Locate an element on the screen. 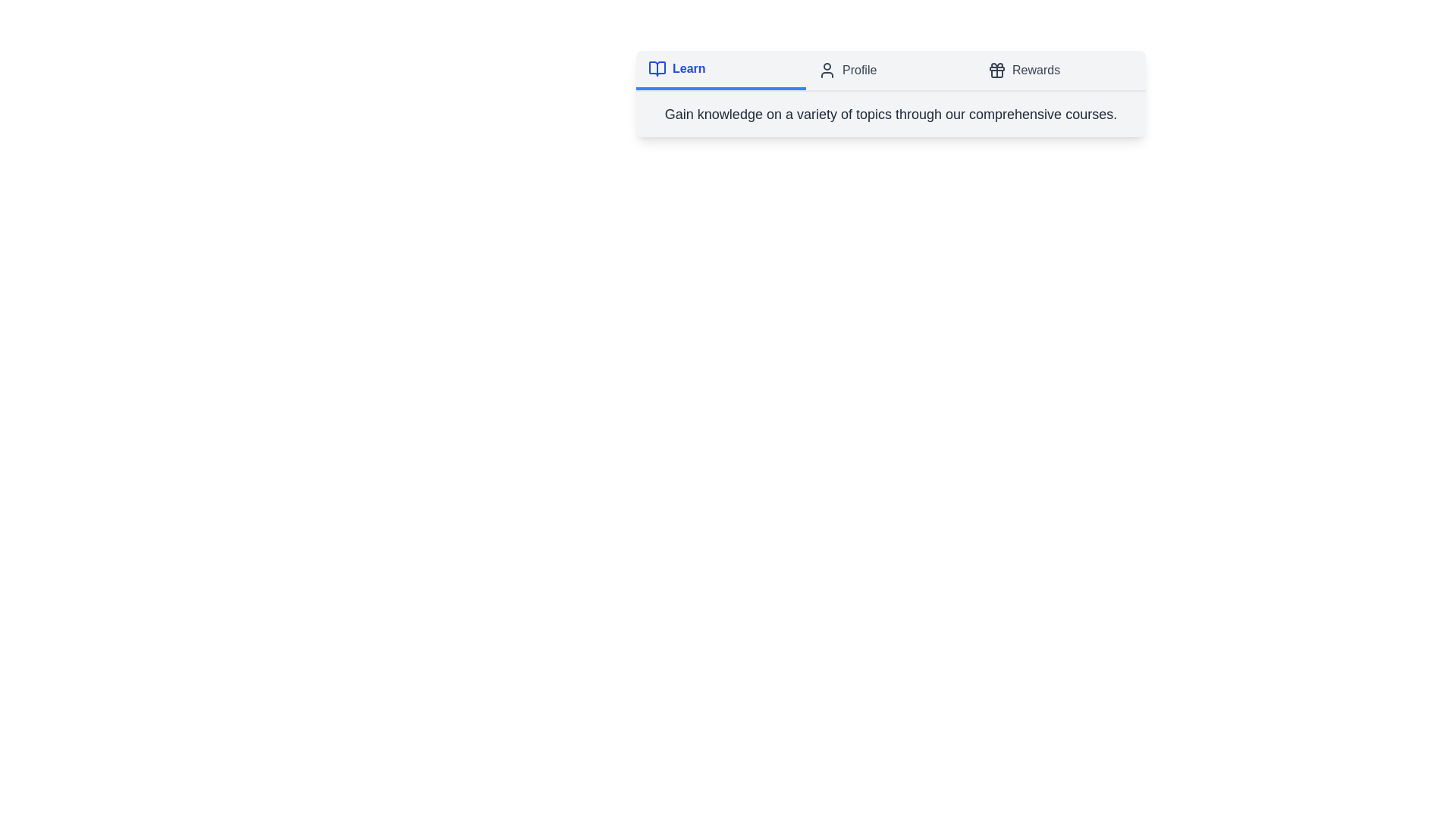 The height and width of the screenshot is (819, 1456). the tab labeled 'Learn' is located at coordinates (720, 70).